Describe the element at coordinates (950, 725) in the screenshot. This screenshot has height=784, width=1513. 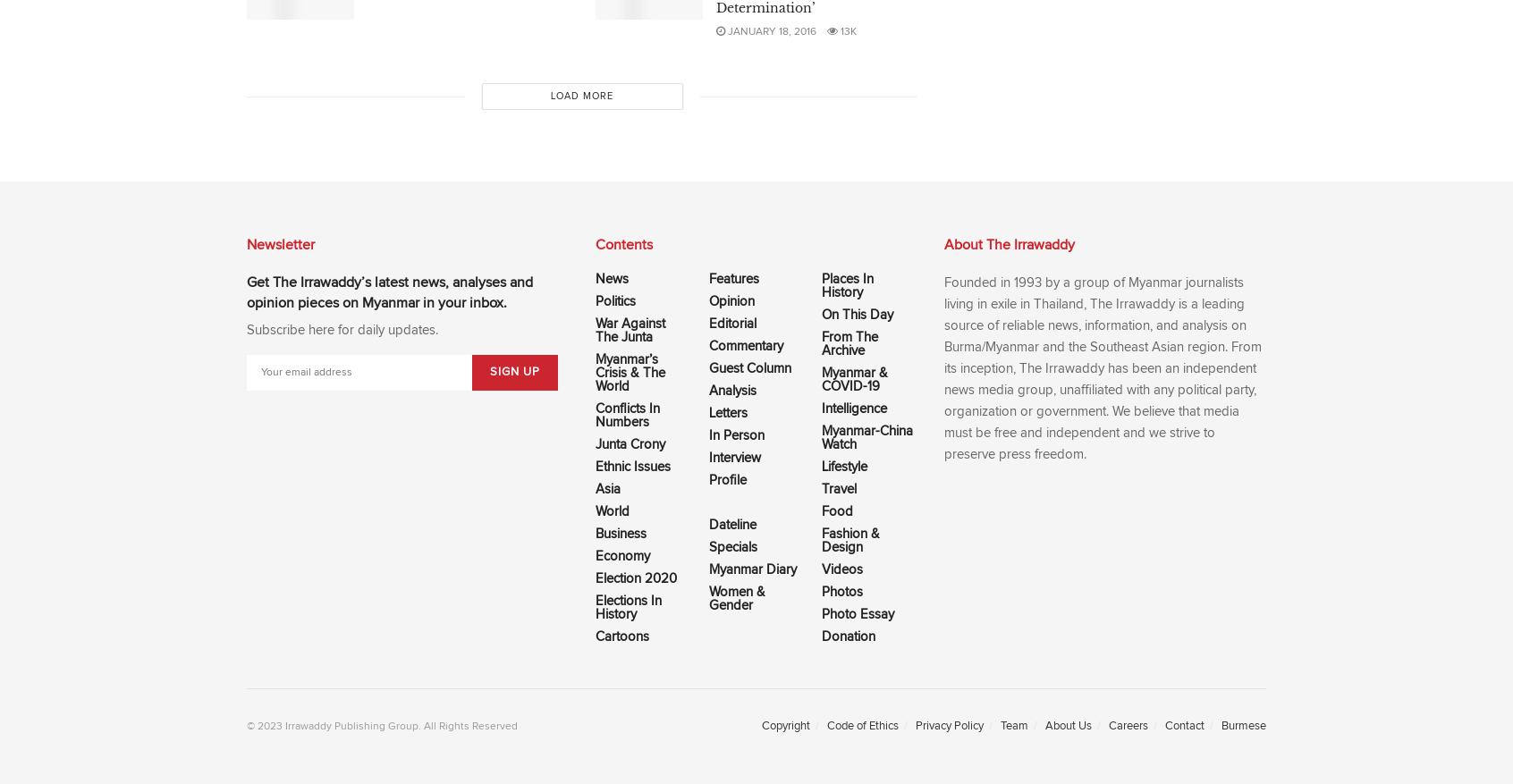
I see `'Privacy Policy'` at that location.